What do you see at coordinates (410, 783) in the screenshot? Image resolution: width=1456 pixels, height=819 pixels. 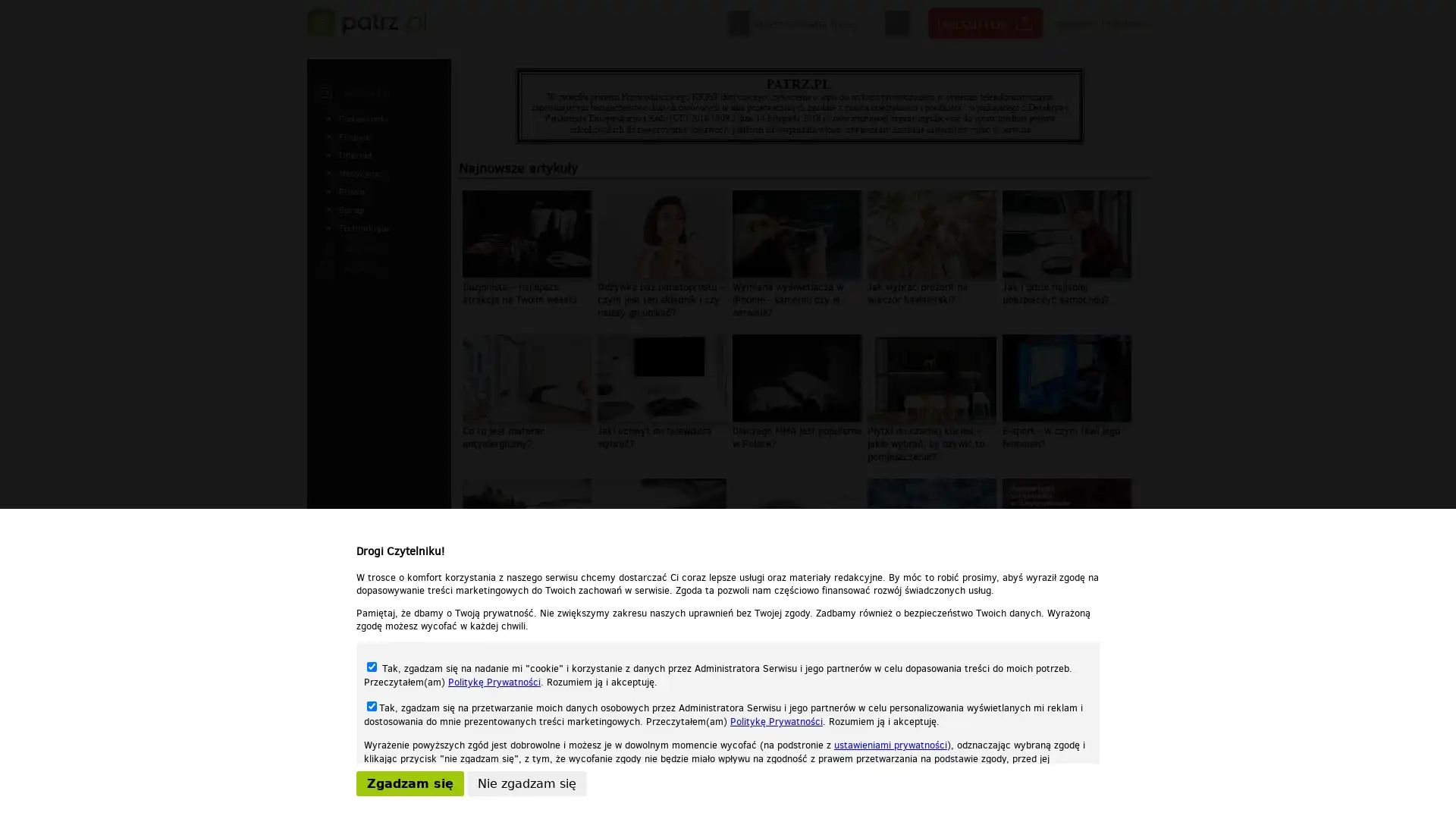 I see `Zgadzam sie` at bounding box center [410, 783].